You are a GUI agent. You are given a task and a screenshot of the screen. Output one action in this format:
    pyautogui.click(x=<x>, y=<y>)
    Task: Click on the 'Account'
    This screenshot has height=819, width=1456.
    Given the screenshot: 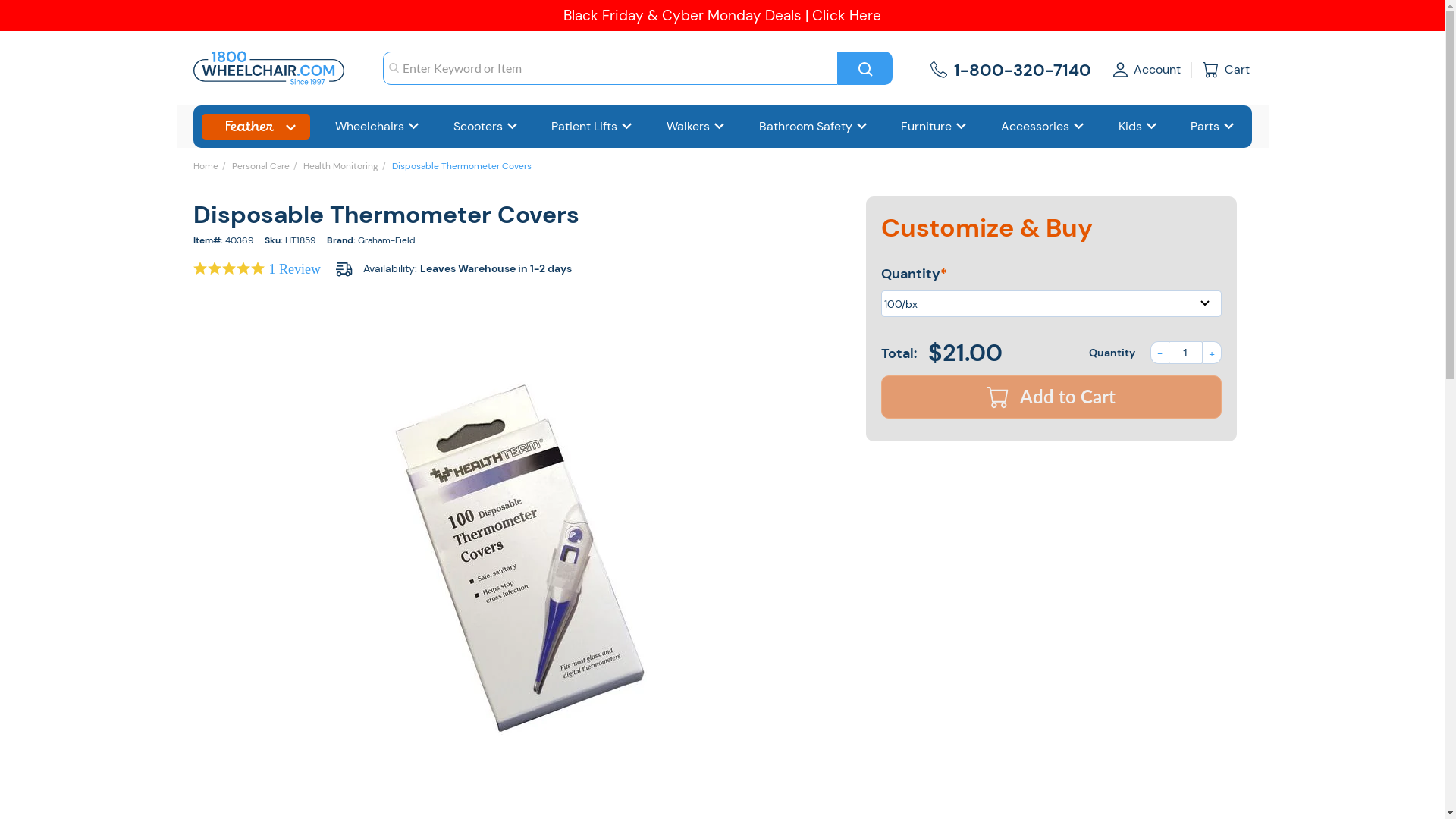 What is the action you would take?
    pyautogui.click(x=1147, y=68)
    